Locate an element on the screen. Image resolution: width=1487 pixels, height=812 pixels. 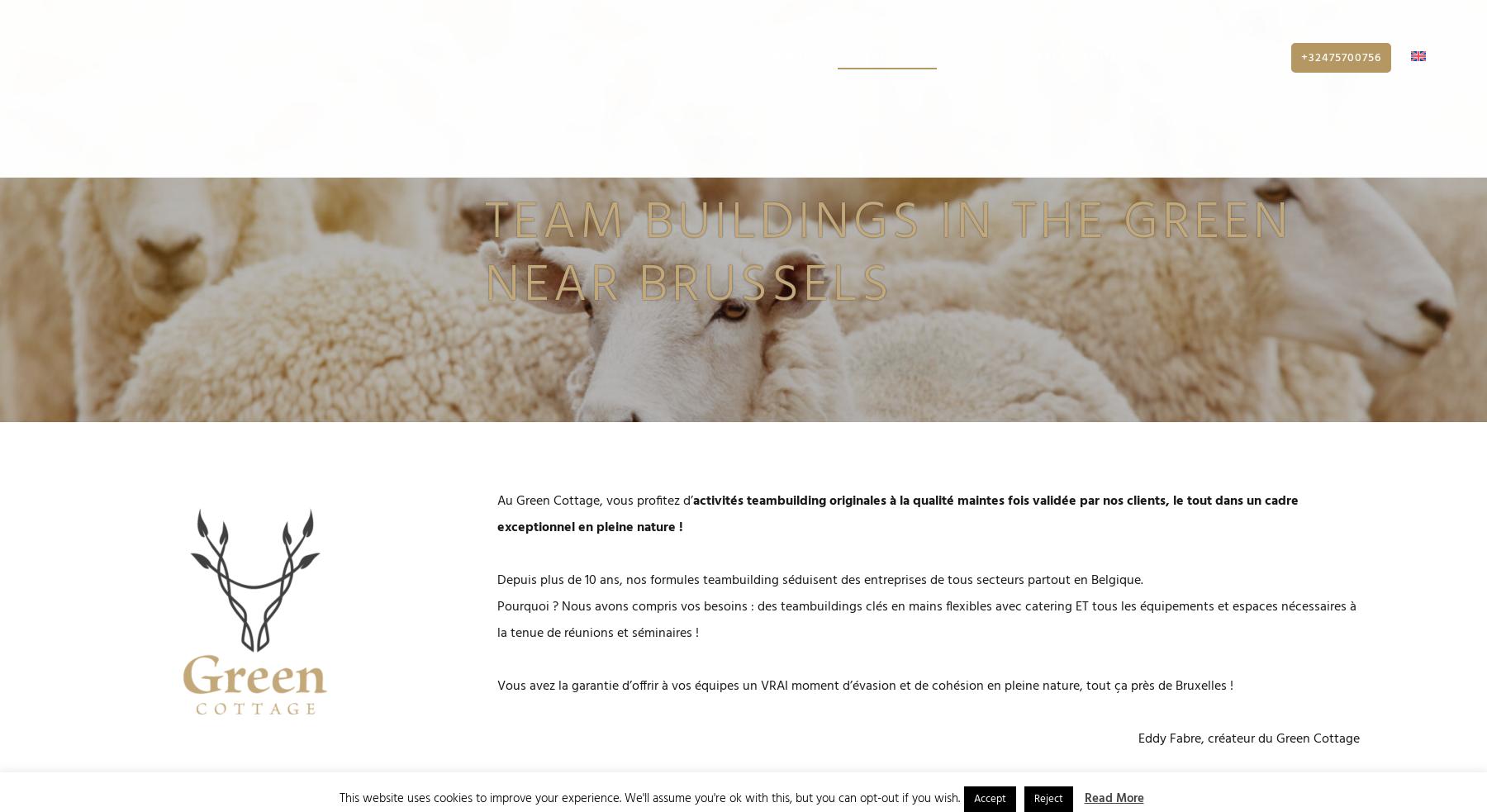
'Private' is located at coordinates (1247, 65).